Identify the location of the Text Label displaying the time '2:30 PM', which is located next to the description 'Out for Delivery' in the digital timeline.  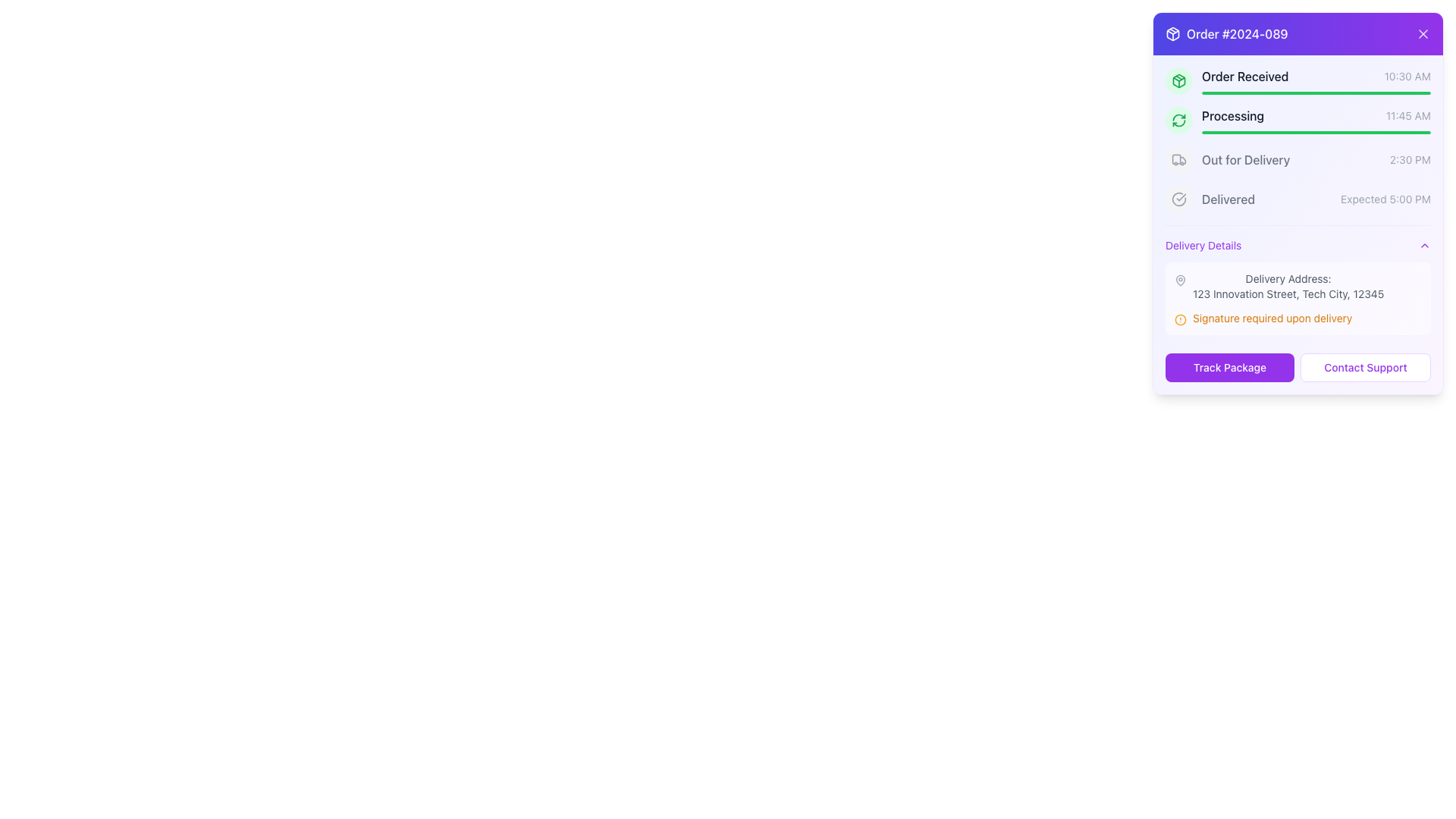
(1409, 160).